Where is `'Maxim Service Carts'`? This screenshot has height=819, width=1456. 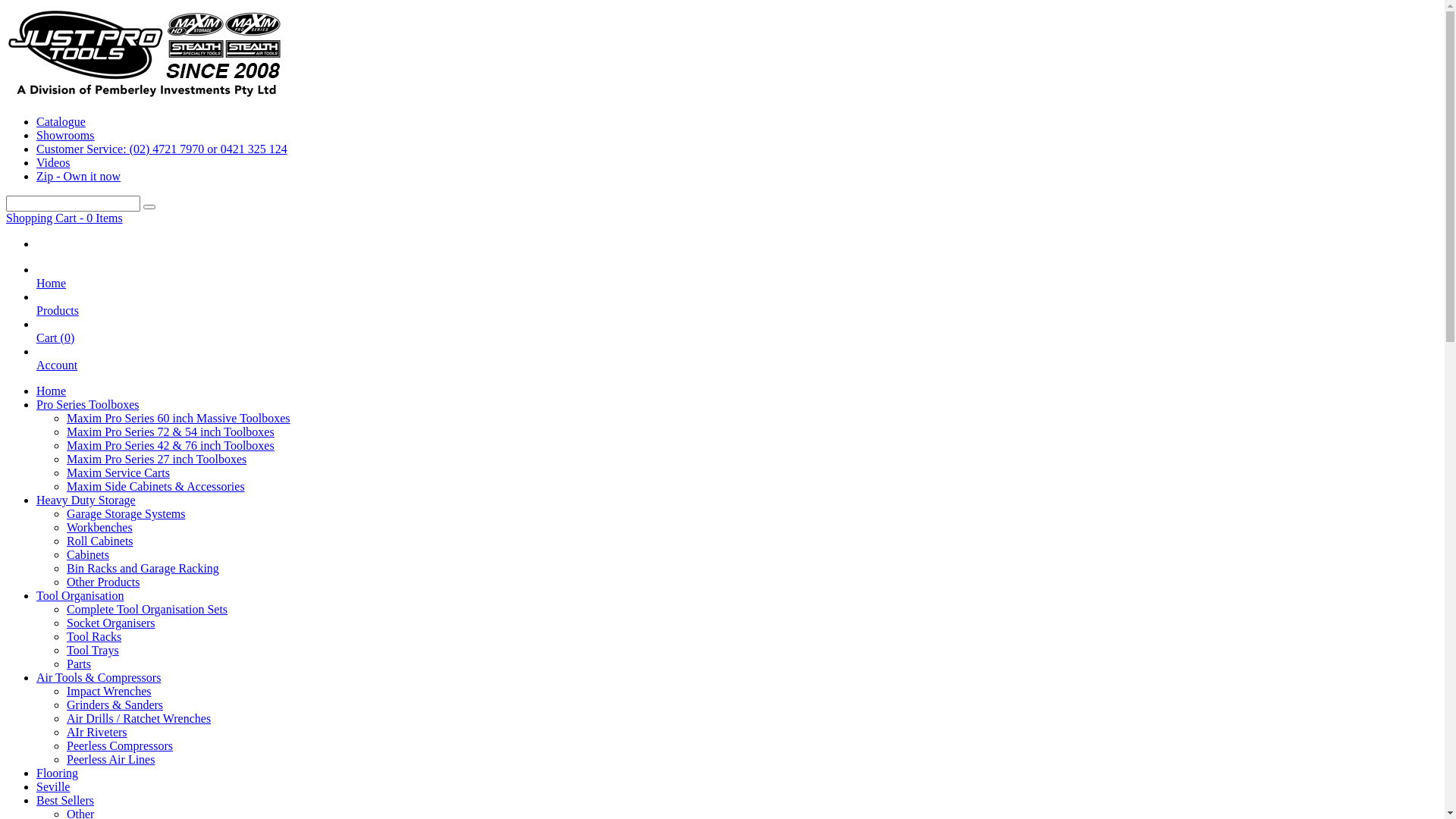
'Maxim Service Carts' is located at coordinates (118, 472).